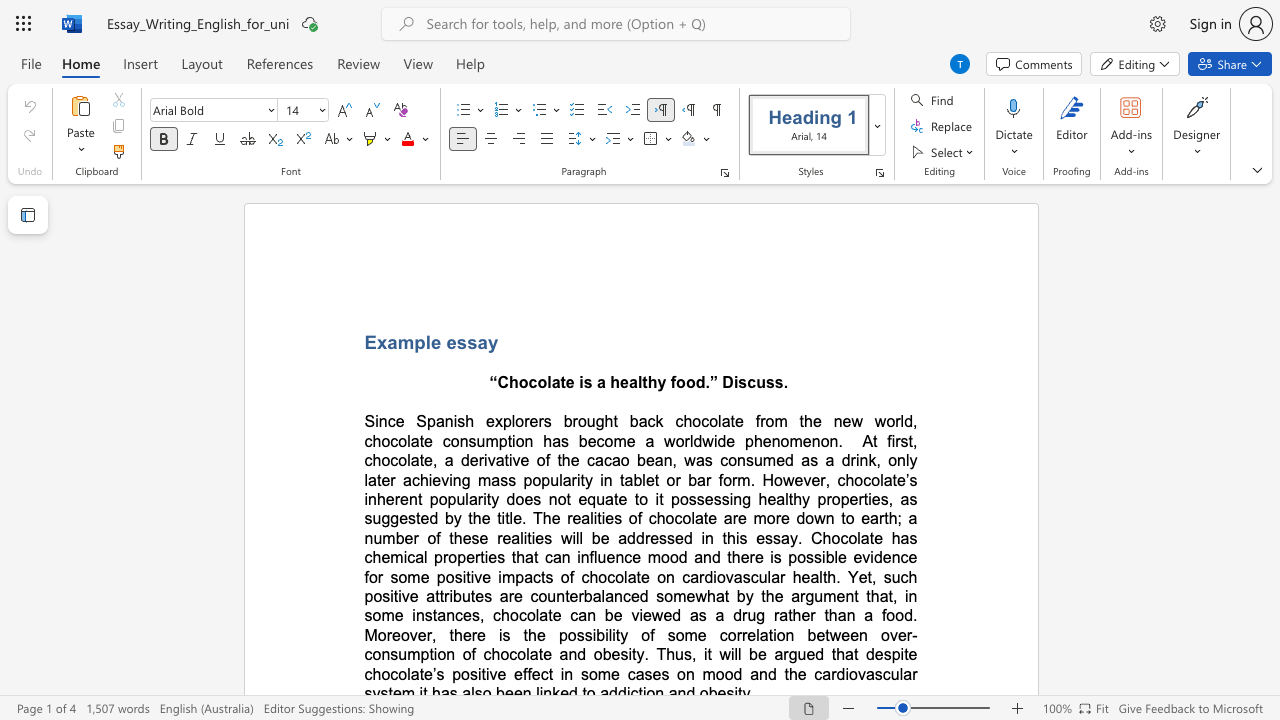 This screenshot has width=1280, height=720. I want to click on the space between the continuous character "i" and "n" in the text, so click(380, 420).